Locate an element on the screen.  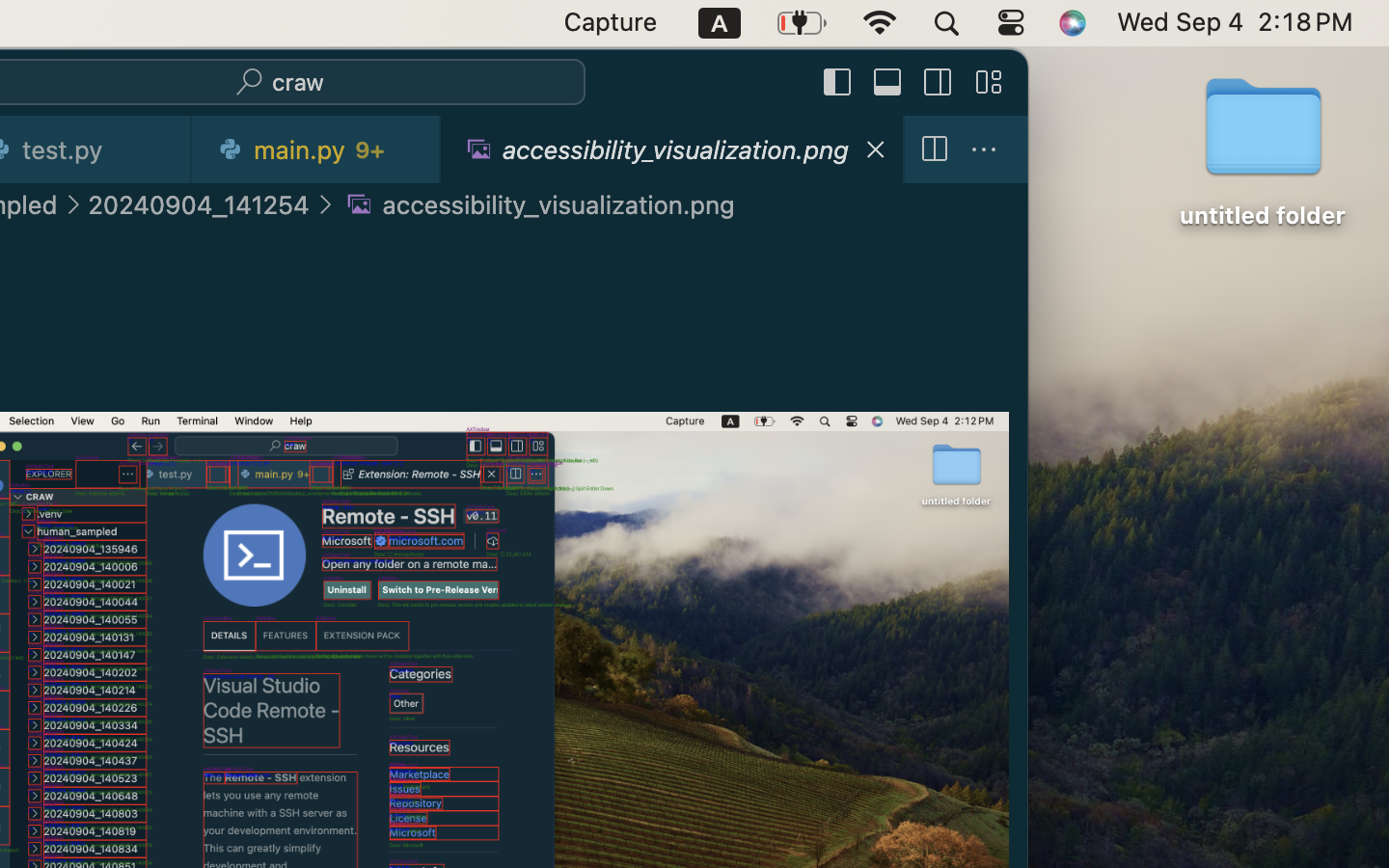
'20240904_141254' is located at coordinates (199, 204).